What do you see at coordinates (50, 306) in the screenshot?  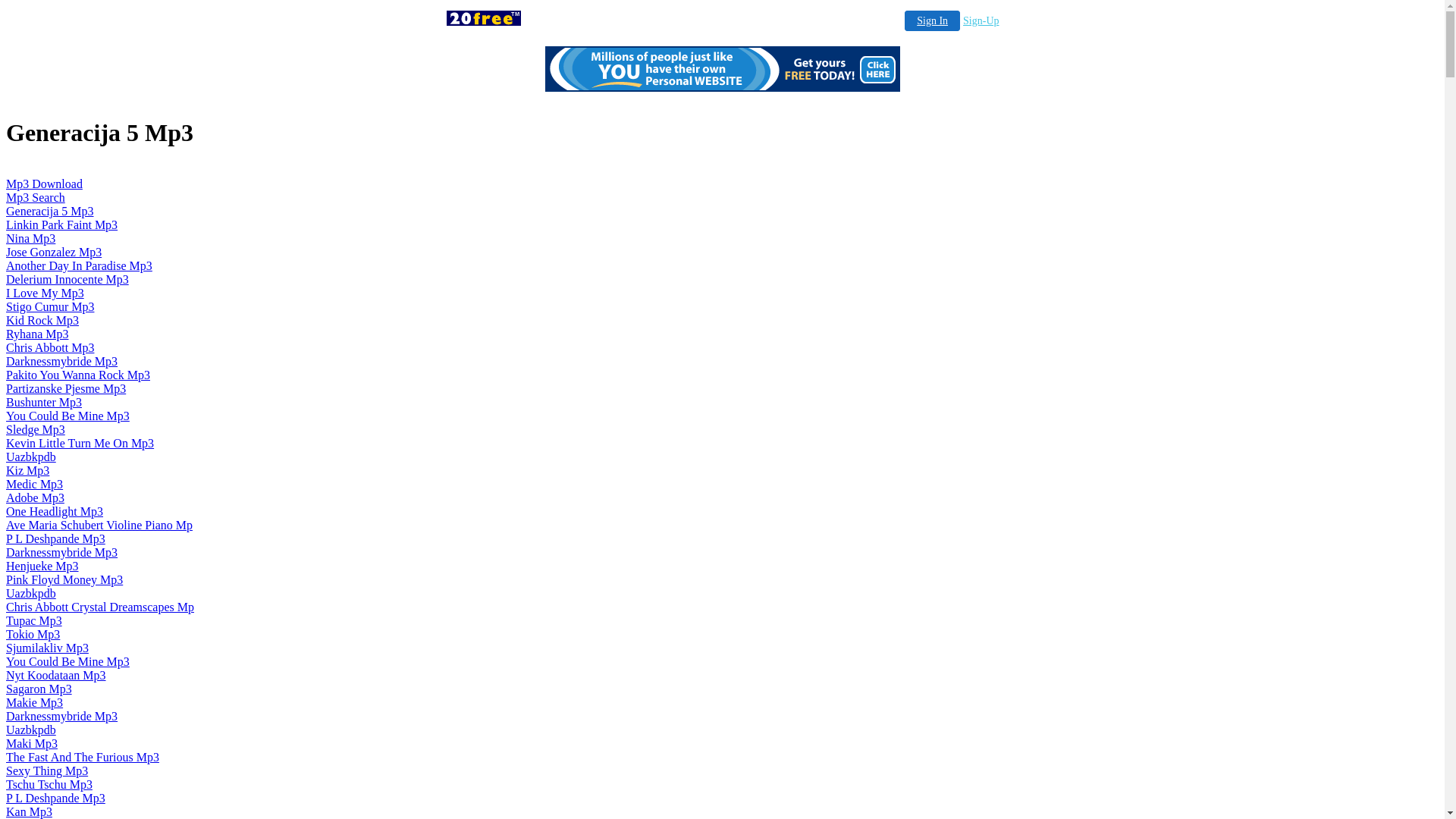 I see `'Stigo Cumur Mp3'` at bounding box center [50, 306].